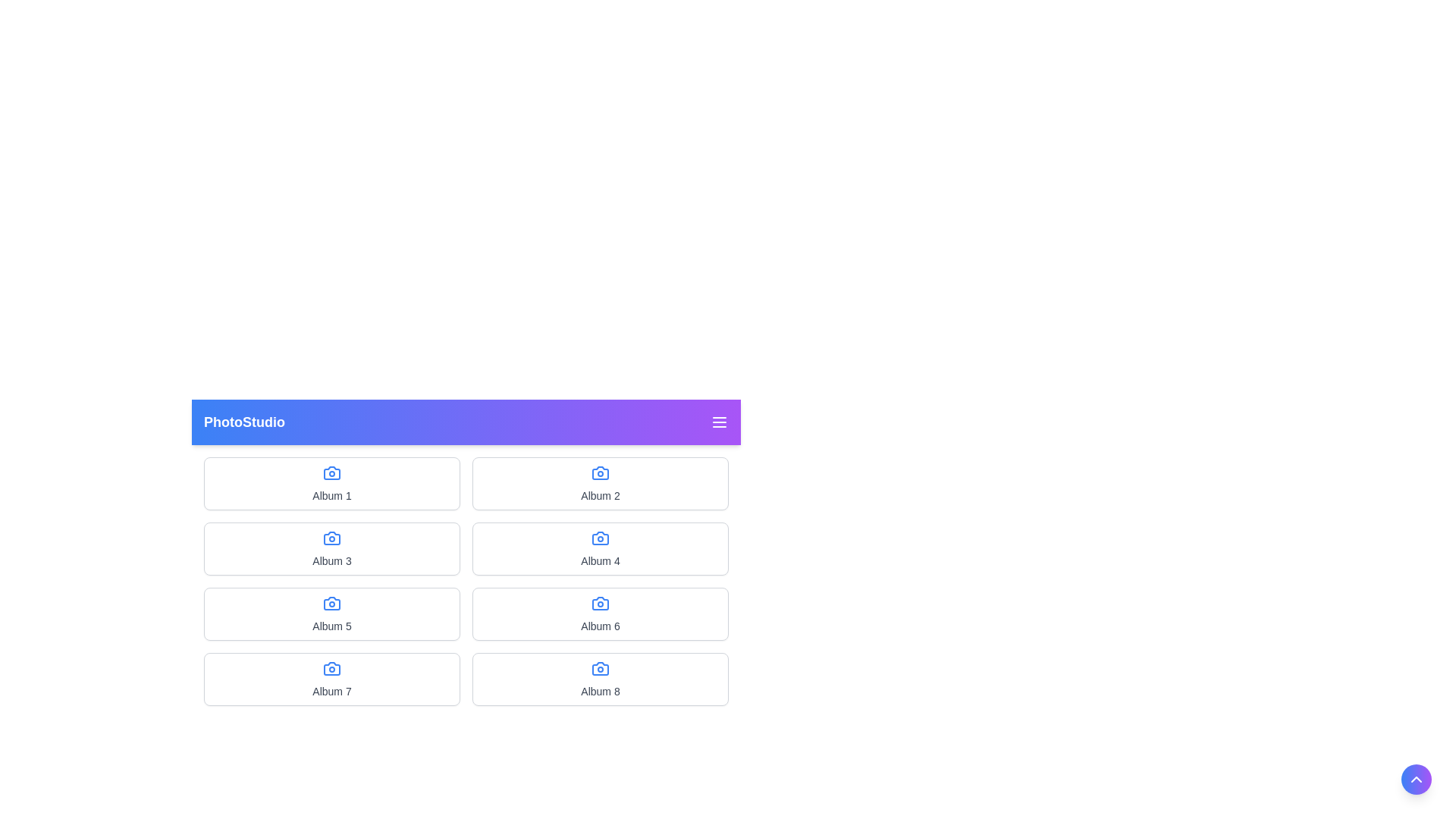 The height and width of the screenshot is (819, 1456). I want to click on the album tile labeled 'Album 6' in the photo management interface, so click(600, 614).